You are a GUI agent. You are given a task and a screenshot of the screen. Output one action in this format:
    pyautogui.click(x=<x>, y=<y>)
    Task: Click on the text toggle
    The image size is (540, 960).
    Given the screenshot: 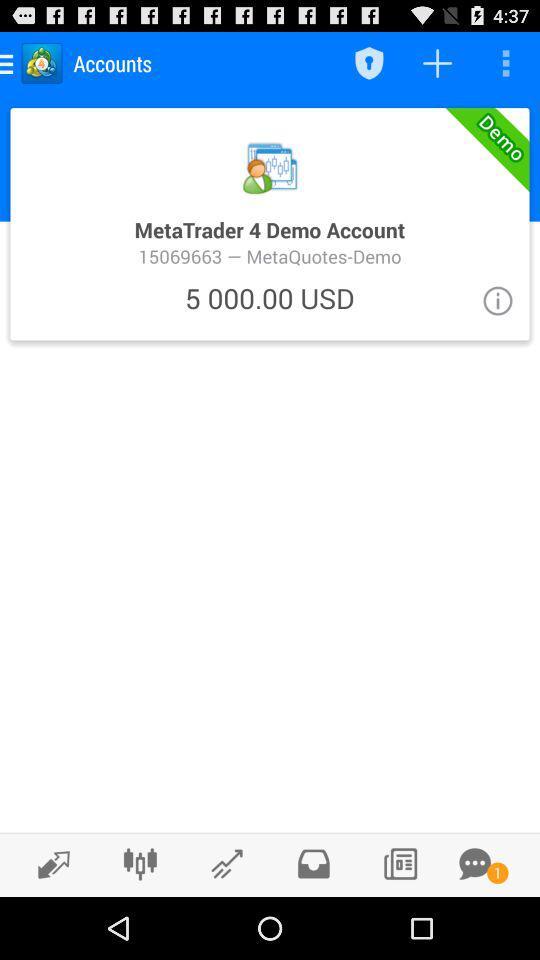 What is the action you would take?
    pyautogui.click(x=474, y=863)
    